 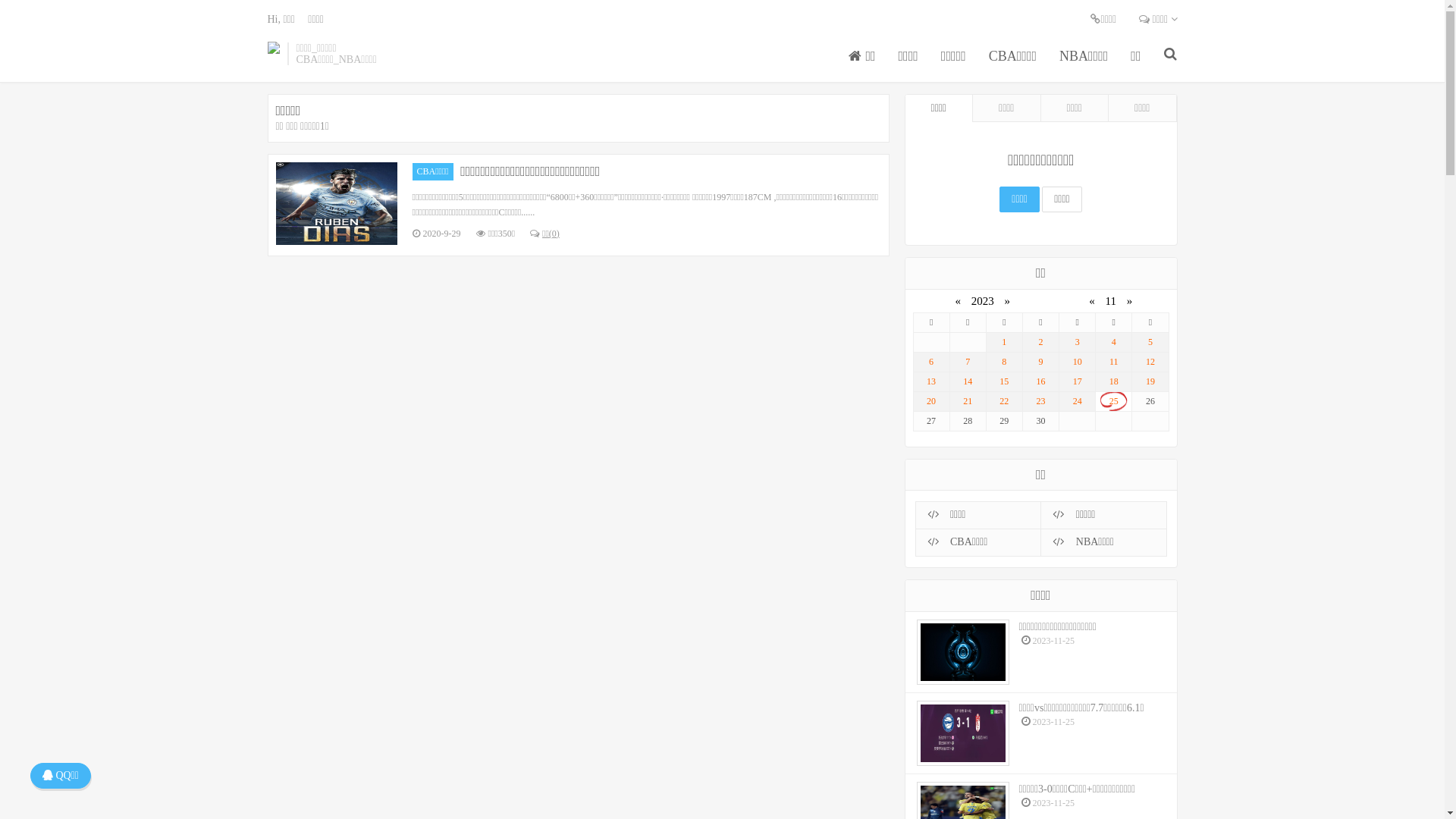 What do you see at coordinates (1113, 381) in the screenshot?
I see `'18'` at bounding box center [1113, 381].